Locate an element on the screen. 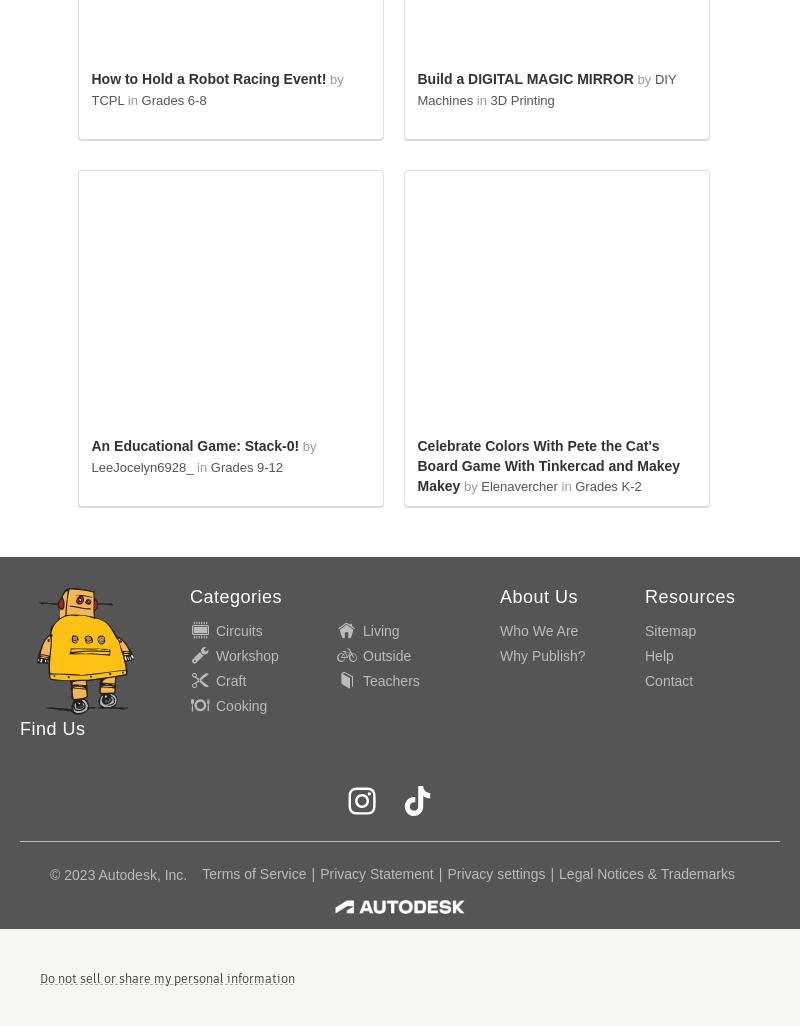 The width and height of the screenshot is (800, 1026). 'Why Publish?' is located at coordinates (542, 654).